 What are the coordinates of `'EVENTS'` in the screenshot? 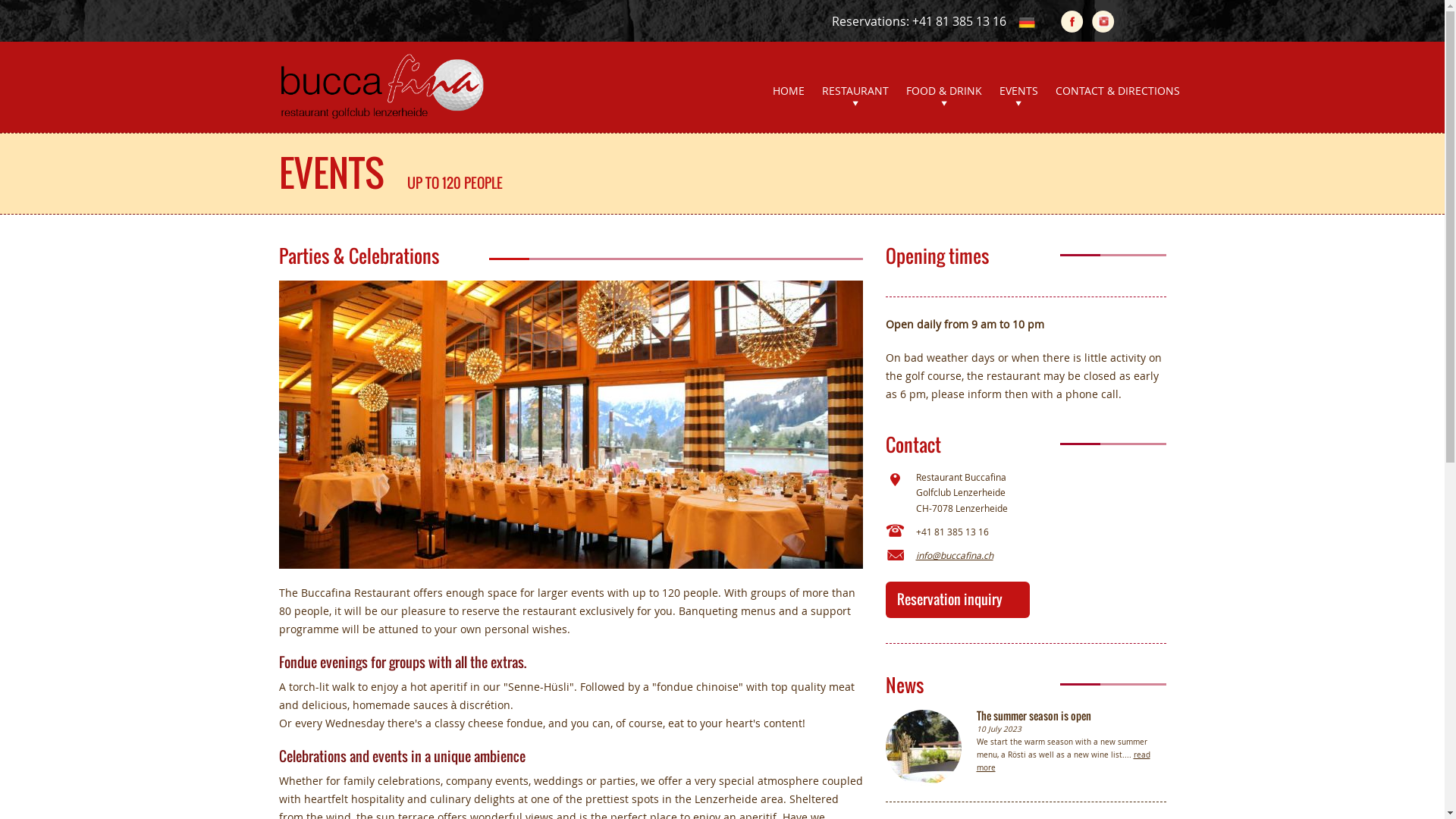 It's located at (1018, 99).